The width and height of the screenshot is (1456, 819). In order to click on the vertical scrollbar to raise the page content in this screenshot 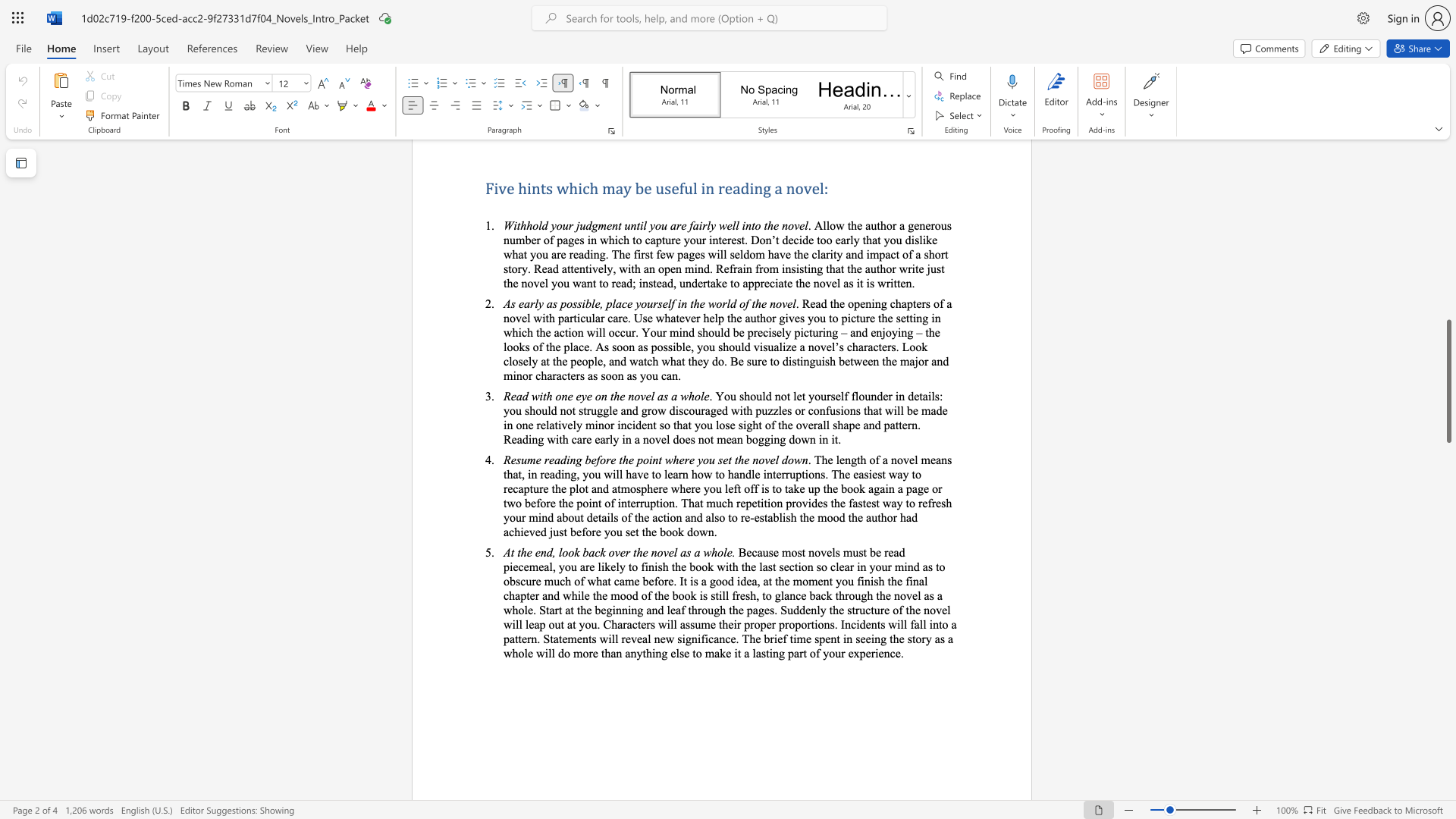, I will do `click(1448, 348)`.